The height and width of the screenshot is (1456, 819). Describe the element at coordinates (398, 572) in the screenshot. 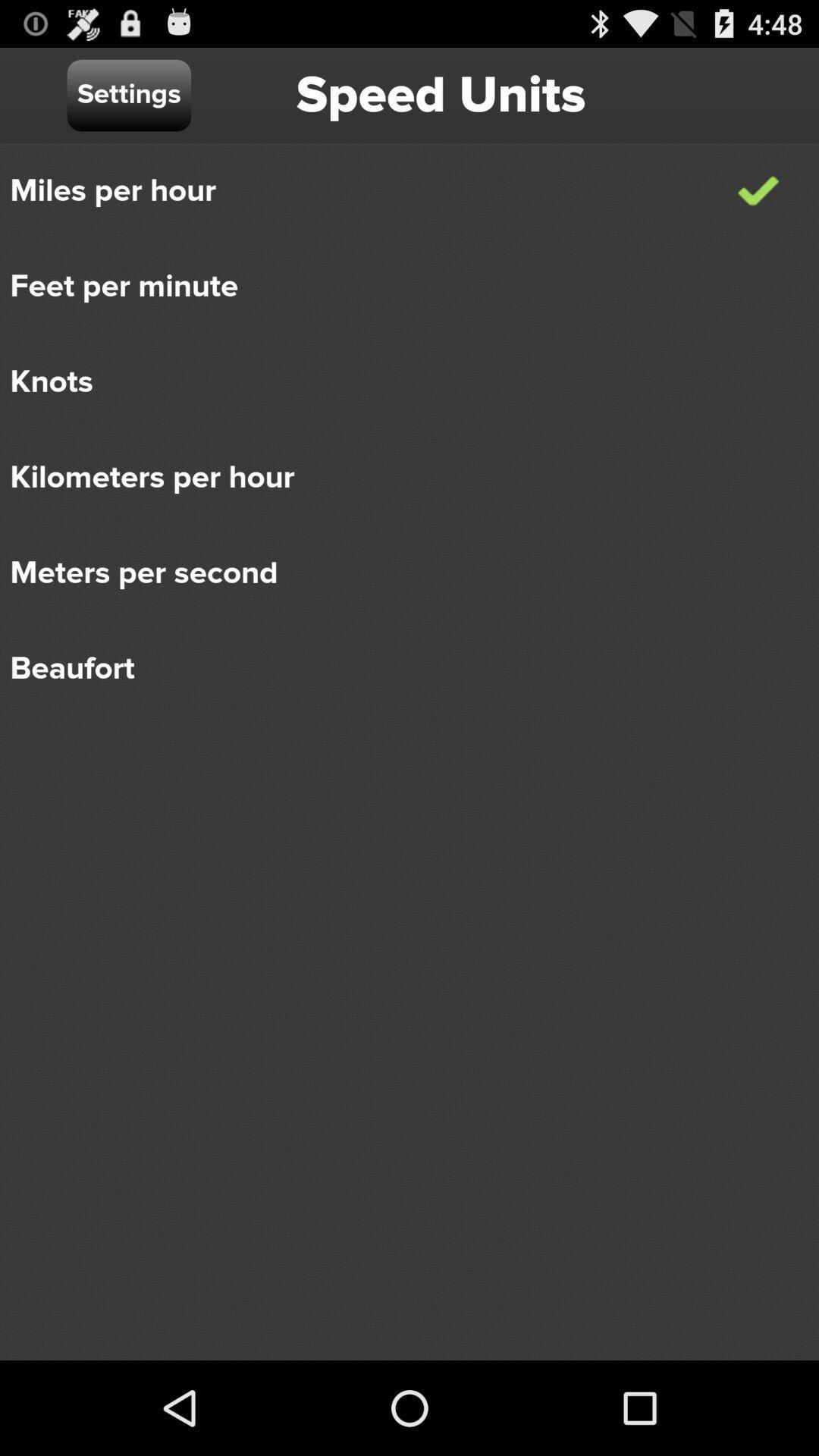

I see `meters per second icon` at that location.